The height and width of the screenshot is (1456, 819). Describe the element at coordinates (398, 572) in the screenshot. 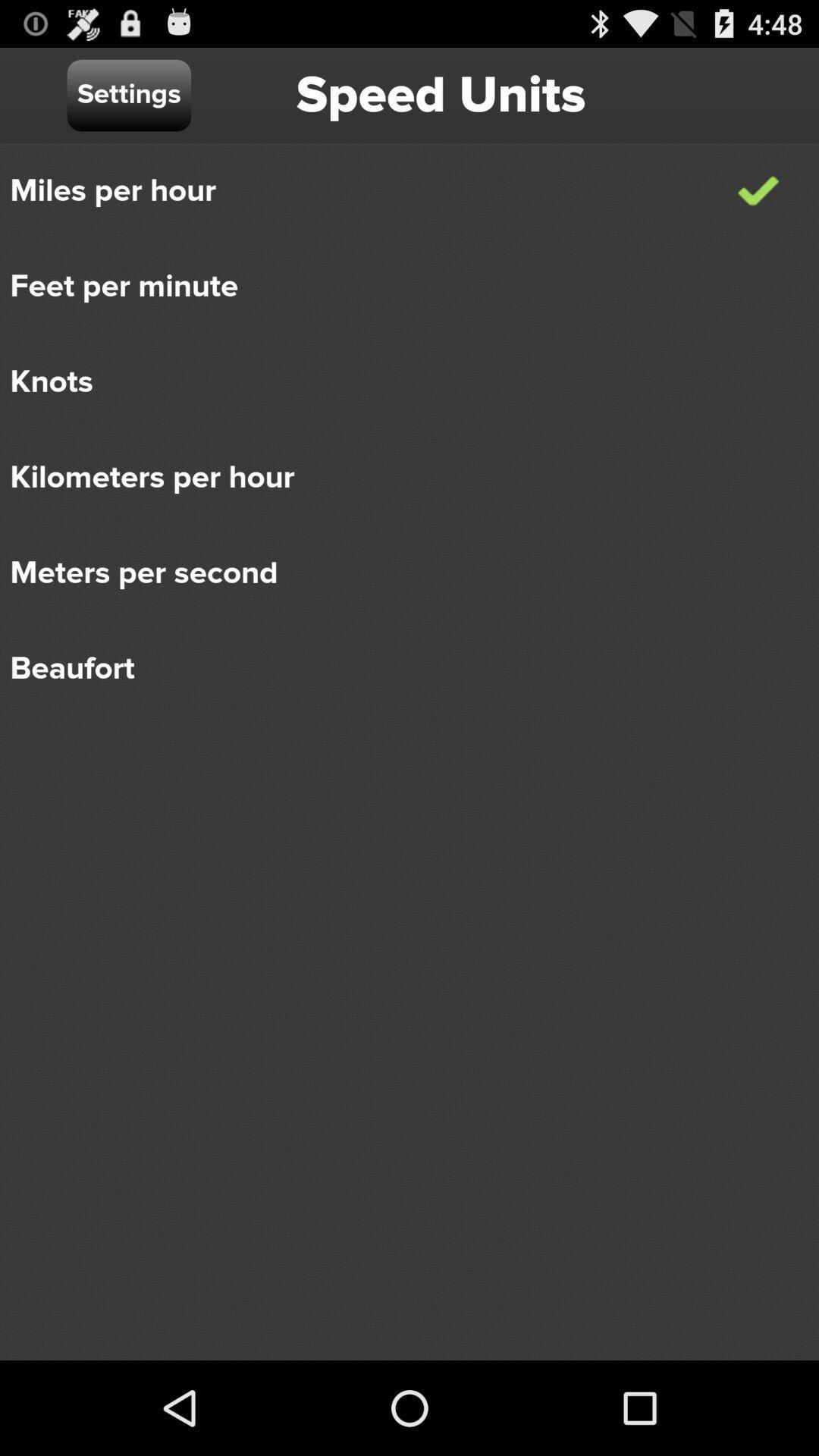

I see `meters per second icon` at that location.